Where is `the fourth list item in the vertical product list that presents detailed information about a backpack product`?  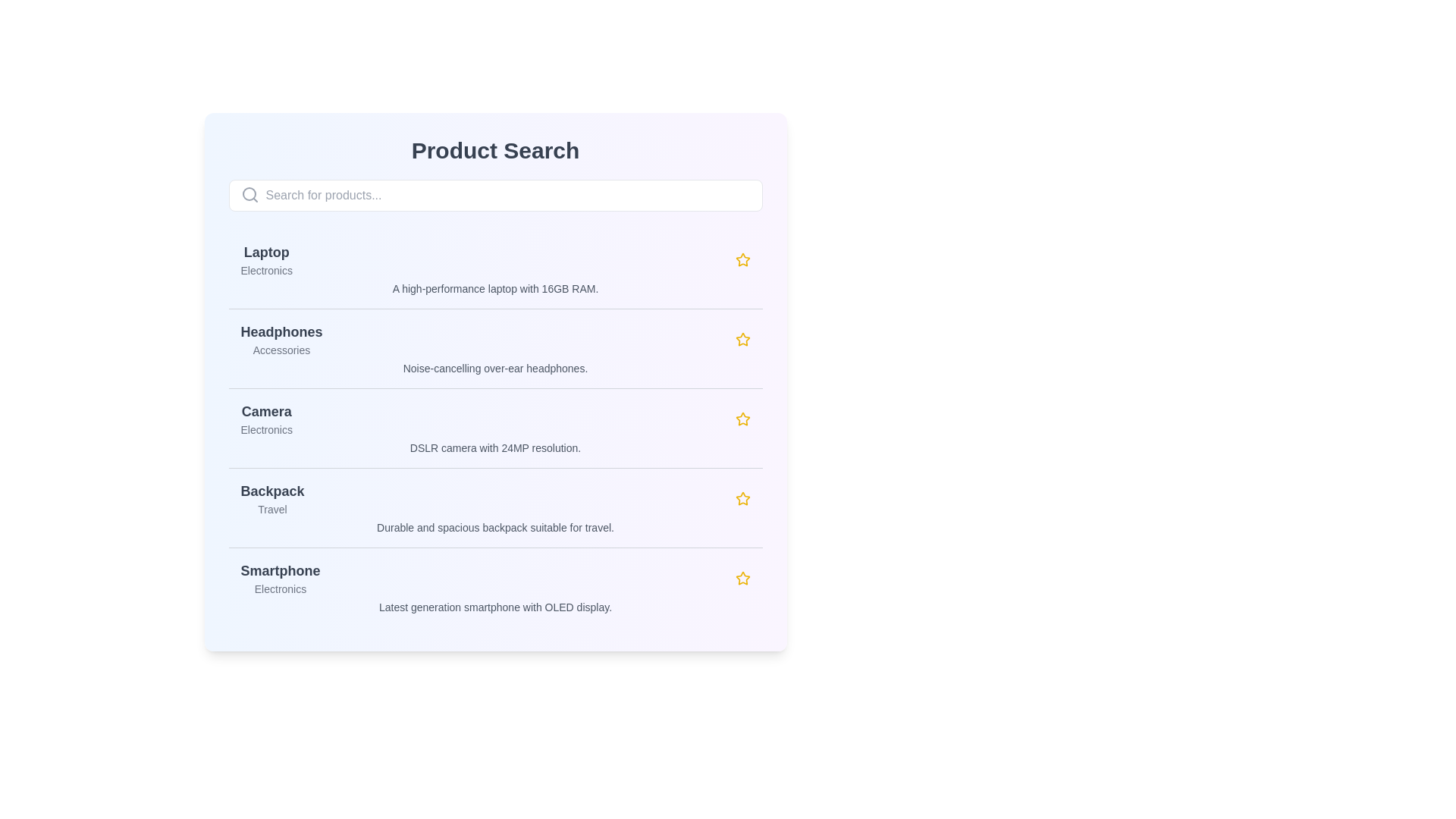
the fourth list item in the vertical product list that presents detailed information about a backpack product is located at coordinates (495, 507).